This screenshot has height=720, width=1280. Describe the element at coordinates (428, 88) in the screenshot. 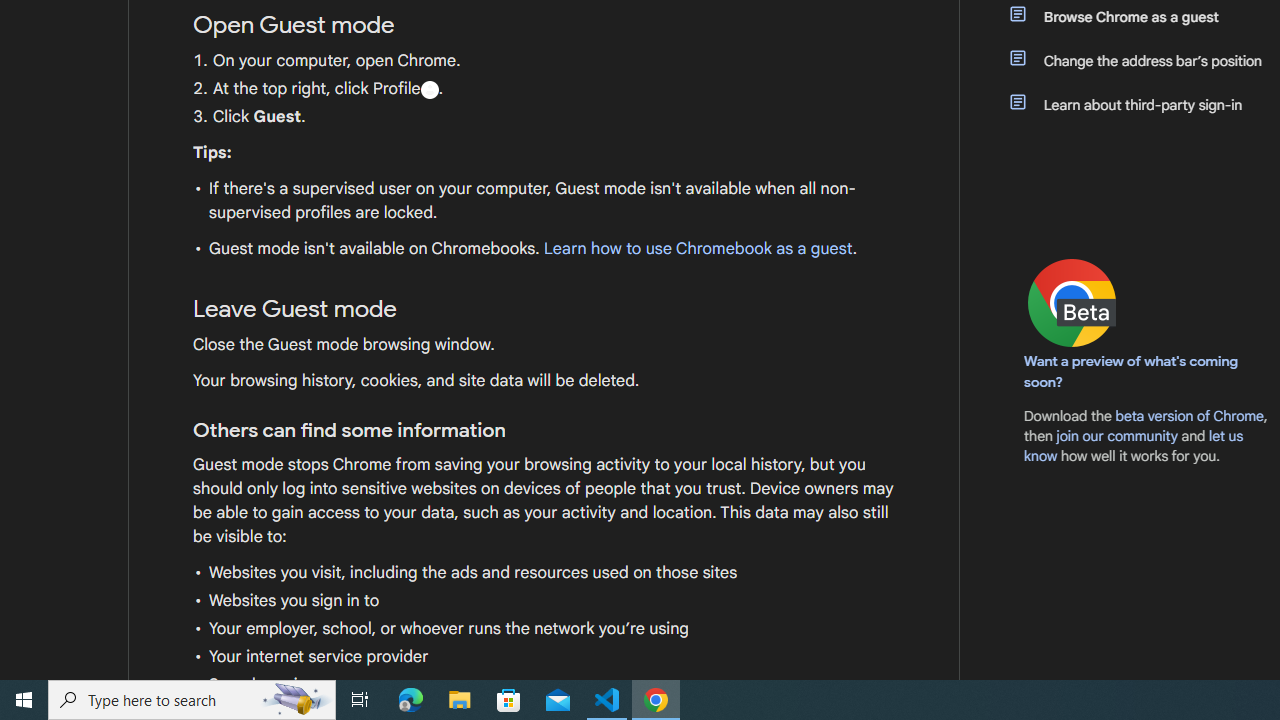

I see `'Profile'` at that location.